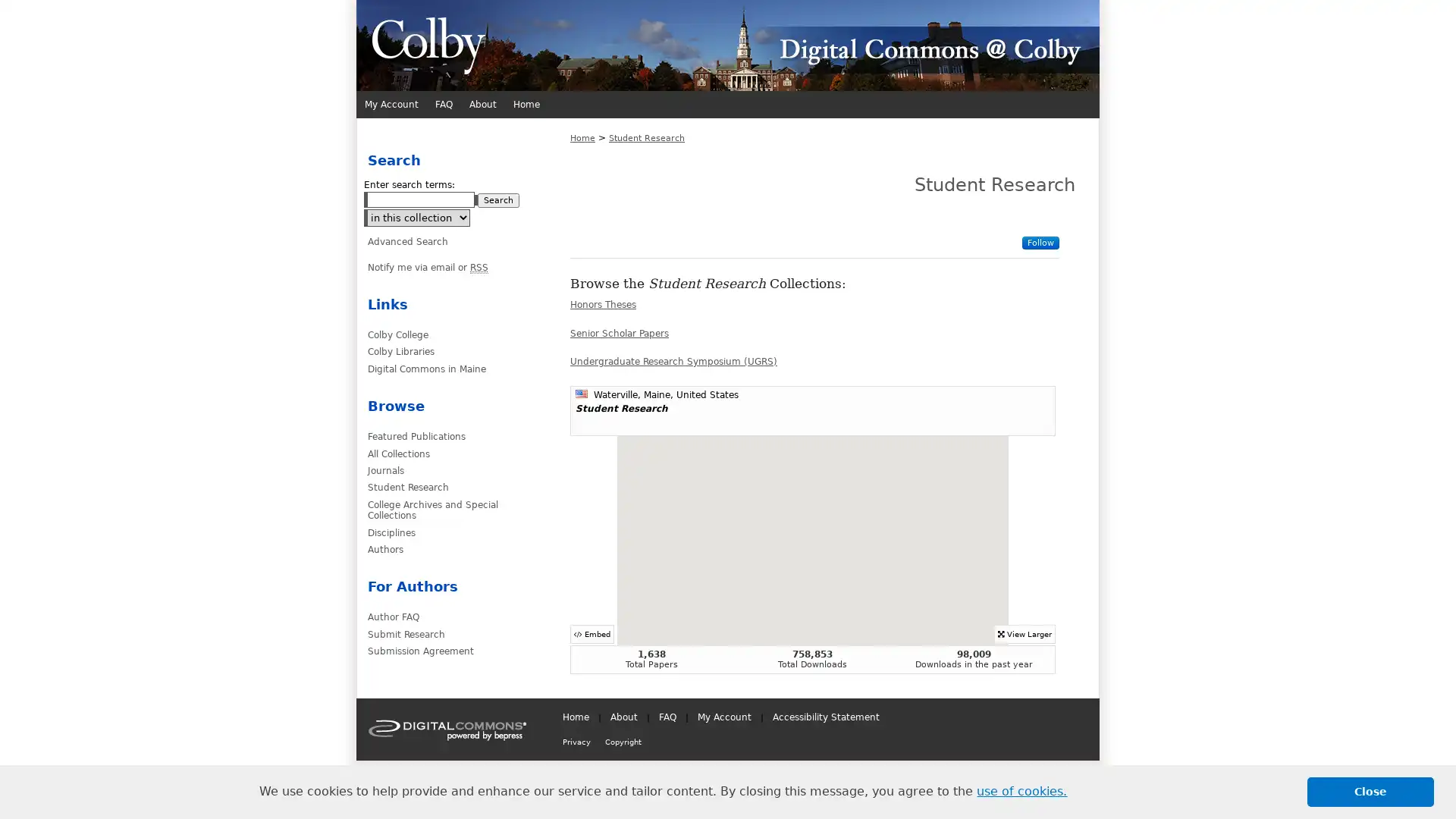 This screenshot has width=1456, height=819. I want to click on Search, so click(498, 199).